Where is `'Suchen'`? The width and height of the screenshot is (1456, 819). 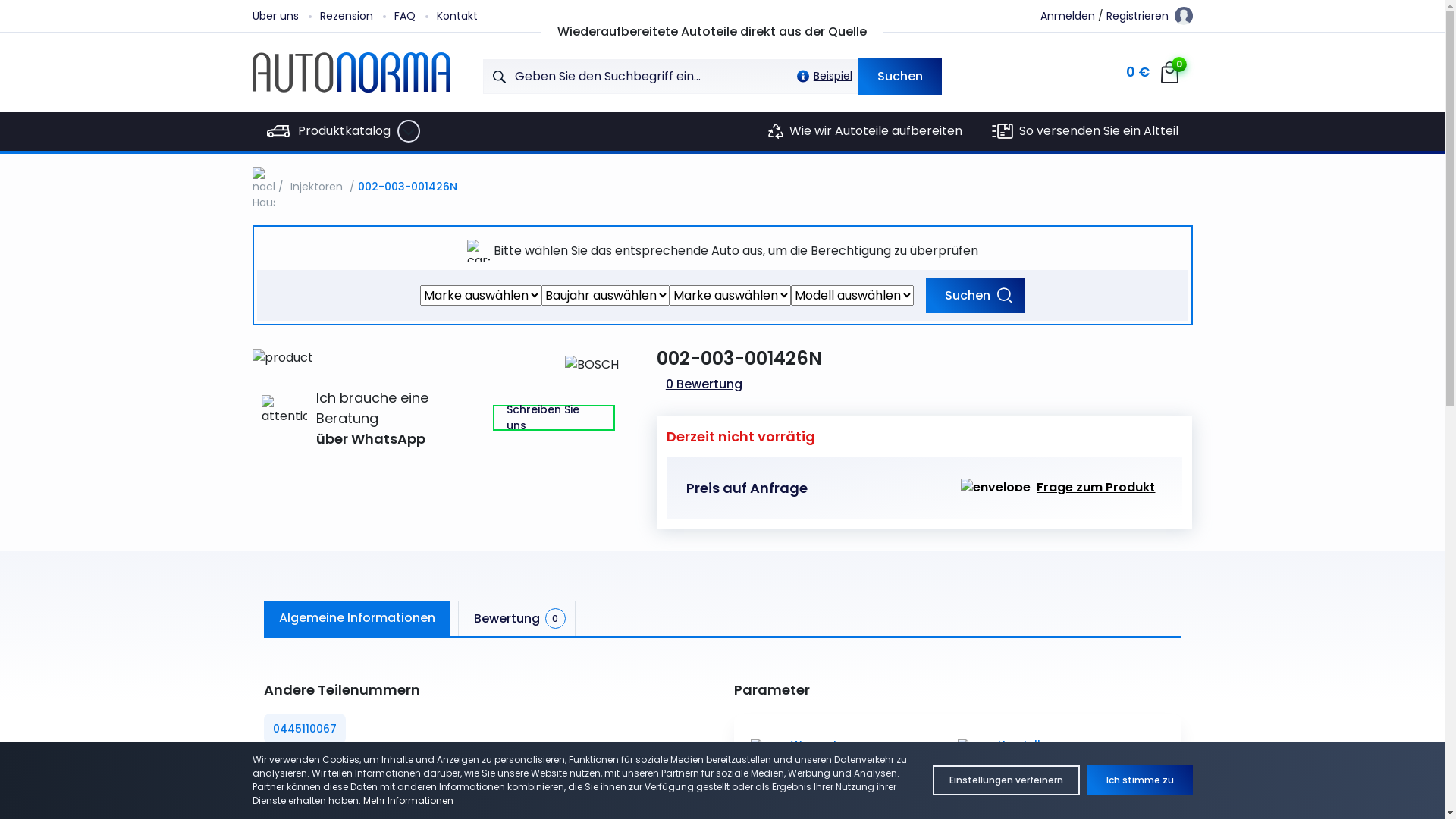 'Suchen' is located at coordinates (899, 76).